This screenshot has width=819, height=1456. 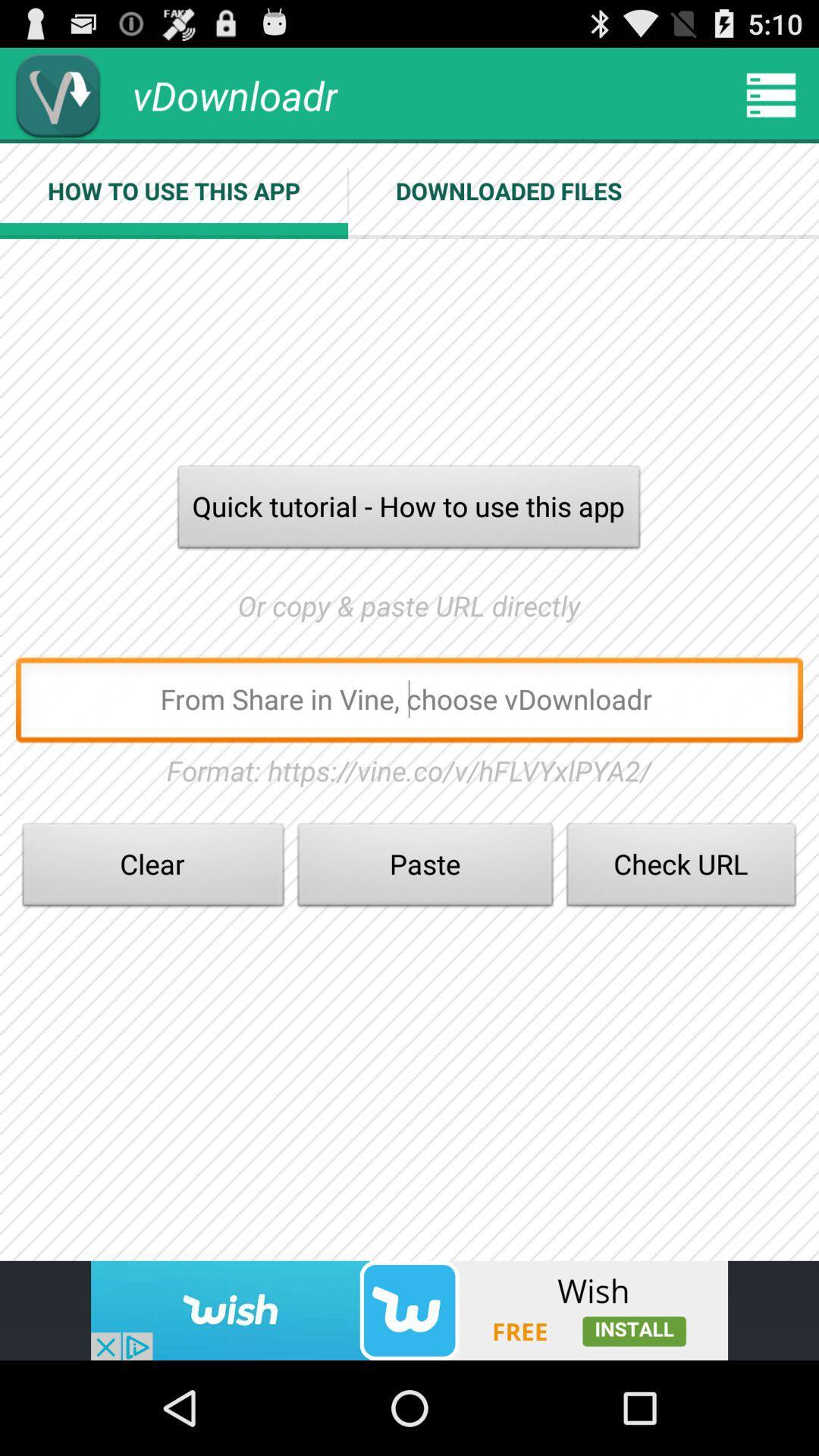 What do you see at coordinates (57, 94) in the screenshot?
I see `download option` at bounding box center [57, 94].